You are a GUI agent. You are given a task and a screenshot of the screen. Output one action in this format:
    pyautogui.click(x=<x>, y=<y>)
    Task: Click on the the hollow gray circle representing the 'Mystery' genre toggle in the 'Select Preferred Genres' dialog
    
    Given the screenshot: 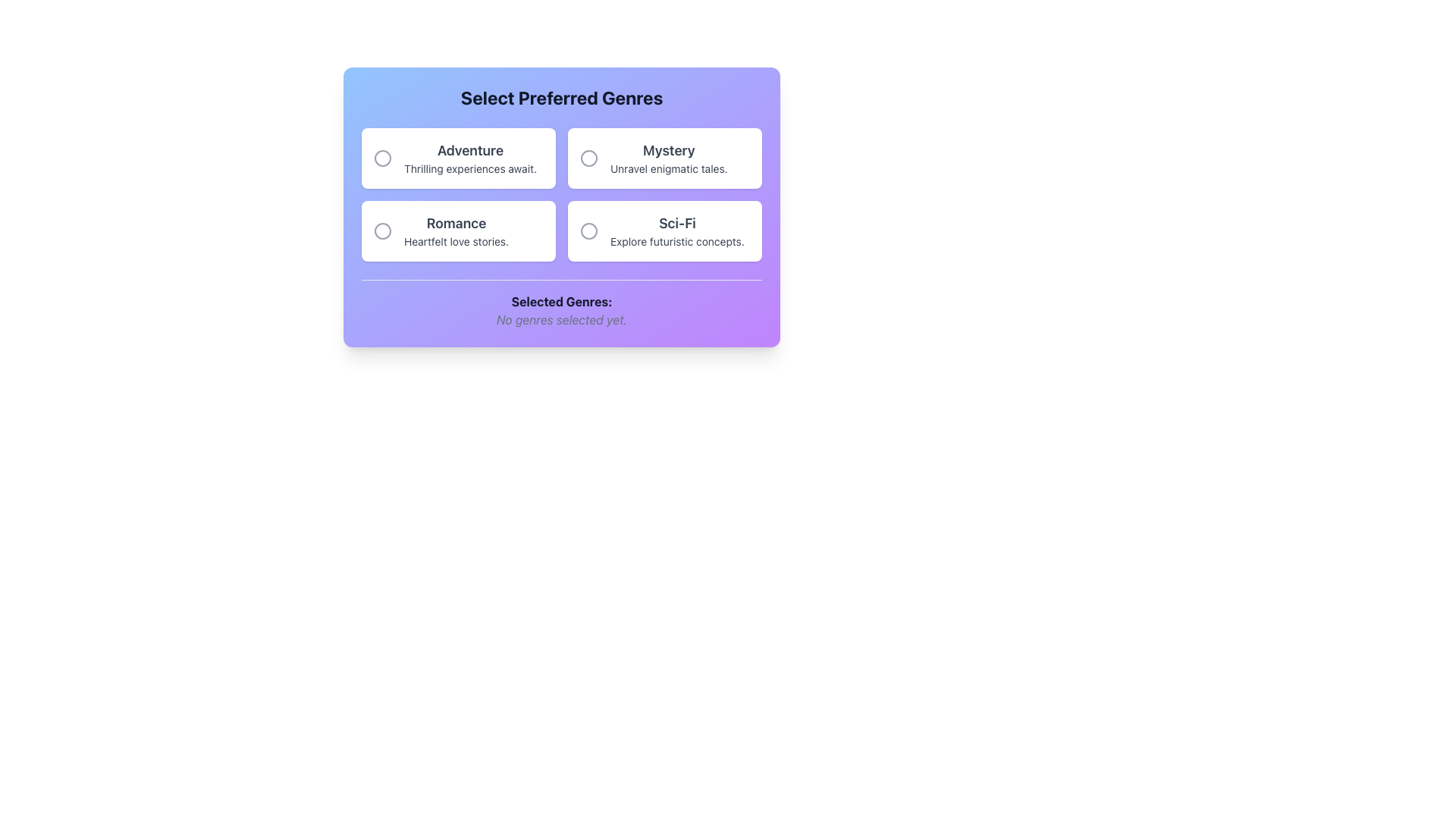 What is the action you would take?
    pyautogui.click(x=588, y=158)
    